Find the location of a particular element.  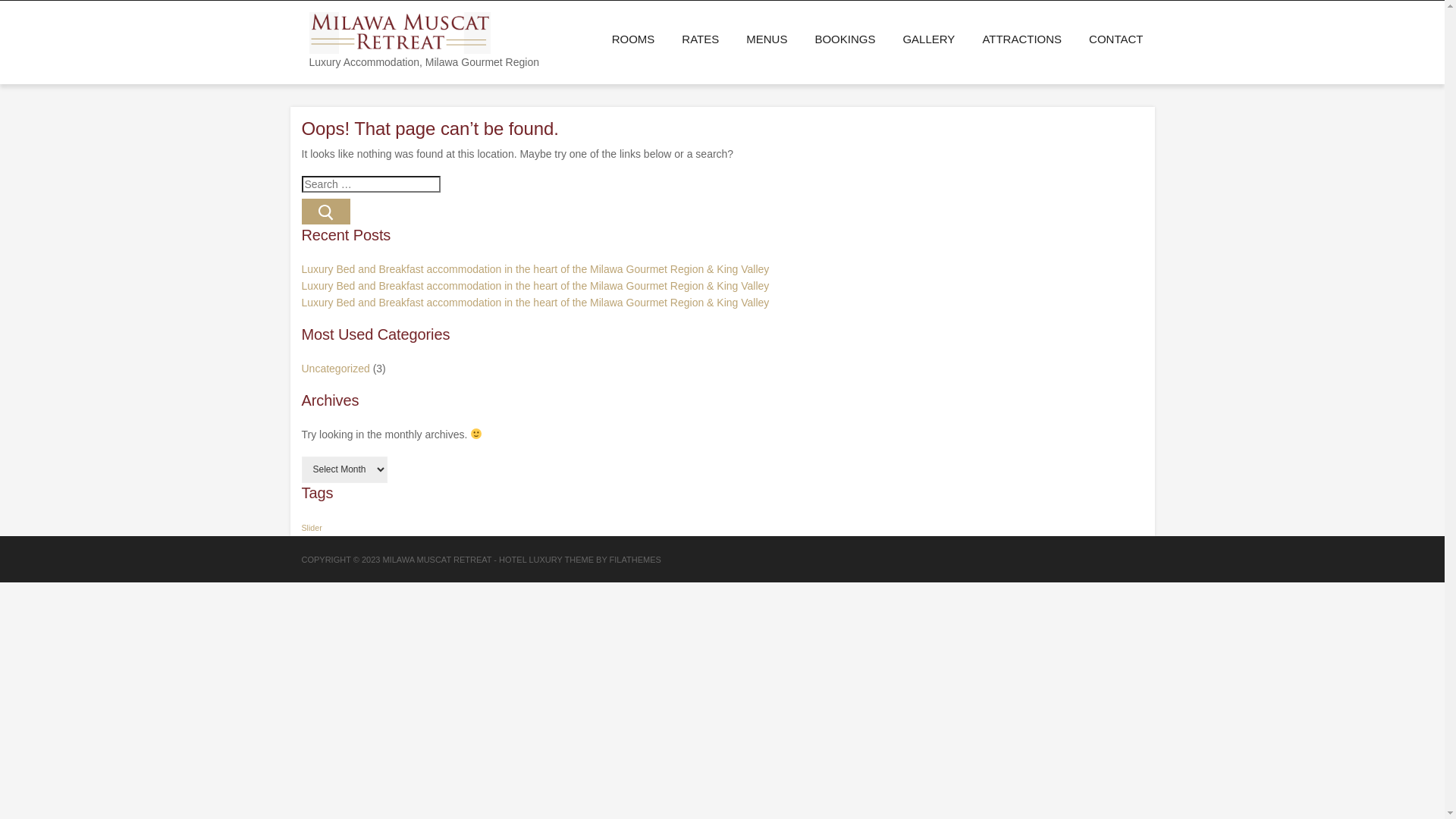

'ROOMS' is located at coordinates (633, 38).